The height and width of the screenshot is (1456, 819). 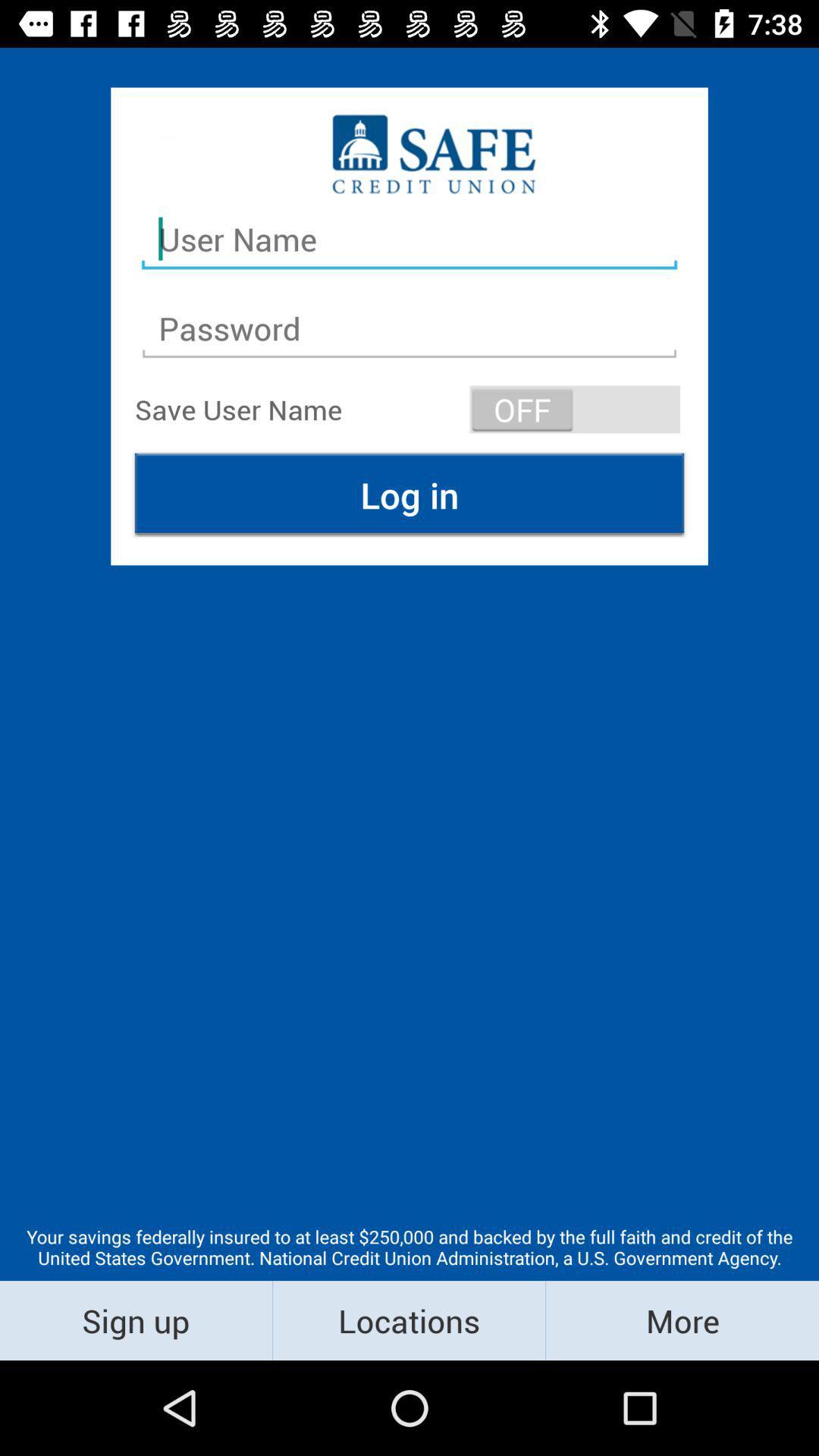 What do you see at coordinates (575, 409) in the screenshot?
I see `item to the right of save user name icon` at bounding box center [575, 409].